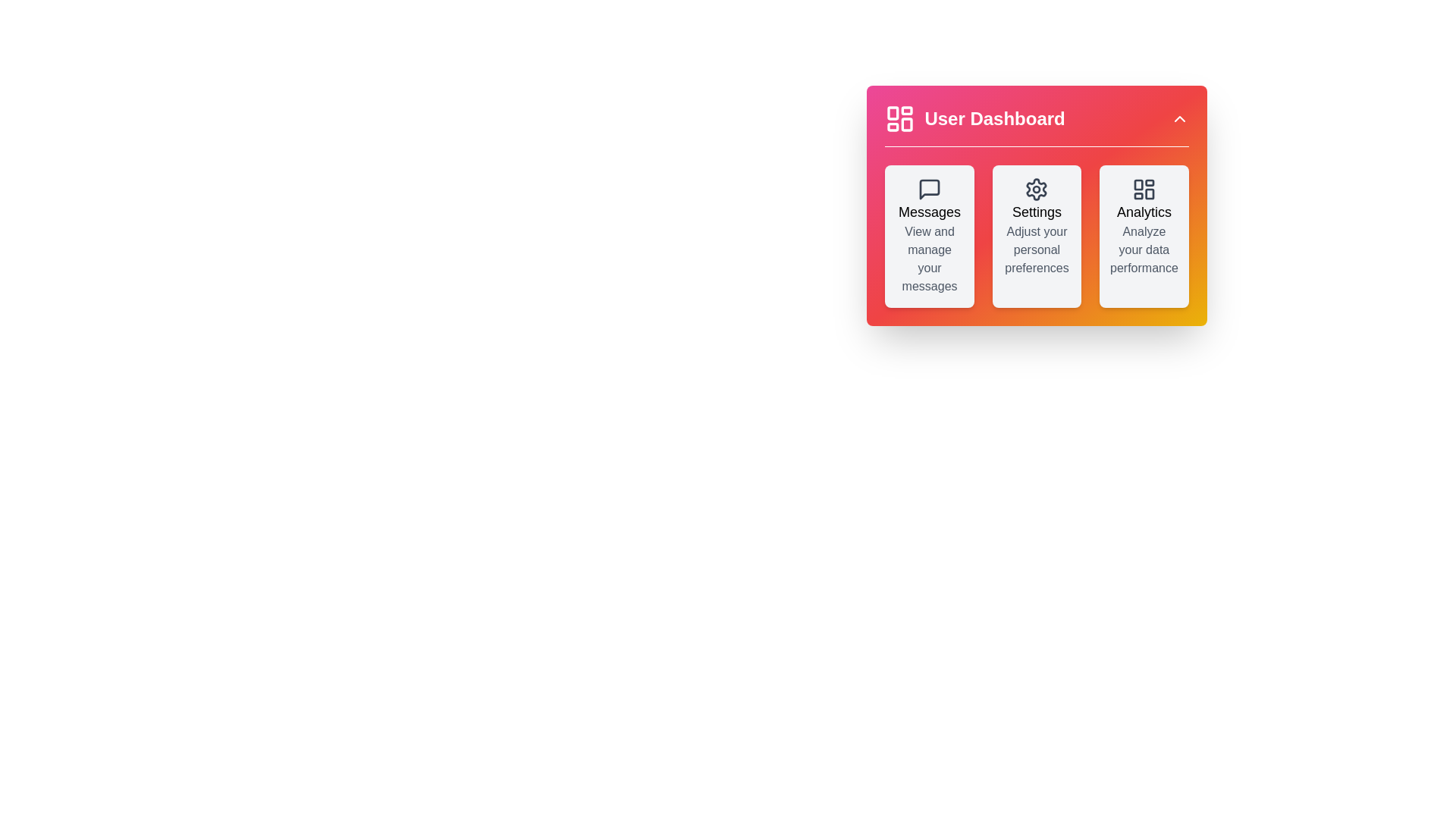 The image size is (1456, 819). What do you see at coordinates (929, 259) in the screenshot?
I see `the static text component styled in gray with the content 'View and manage your messages', which is positioned below the 'Messages' heading in the dashboard's Messages section` at bounding box center [929, 259].